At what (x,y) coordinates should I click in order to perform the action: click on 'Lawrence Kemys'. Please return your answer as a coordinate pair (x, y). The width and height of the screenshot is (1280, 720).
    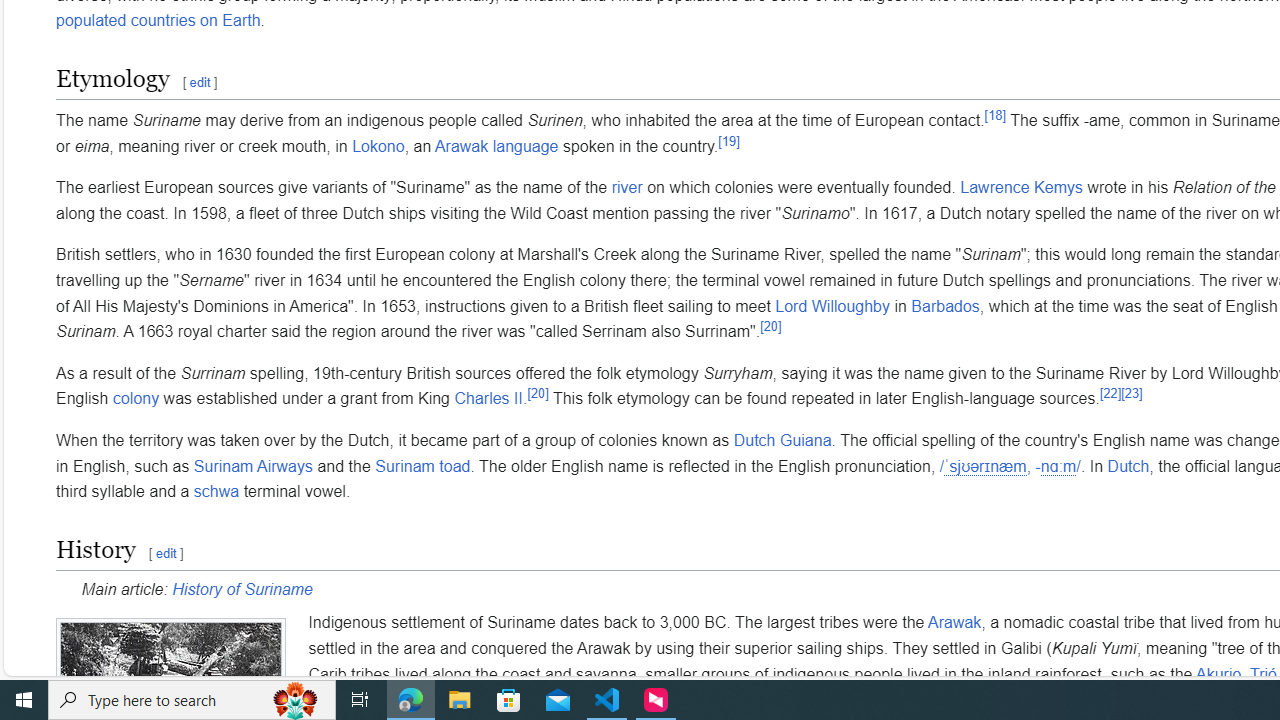
    Looking at the image, I should click on (1022, 188).